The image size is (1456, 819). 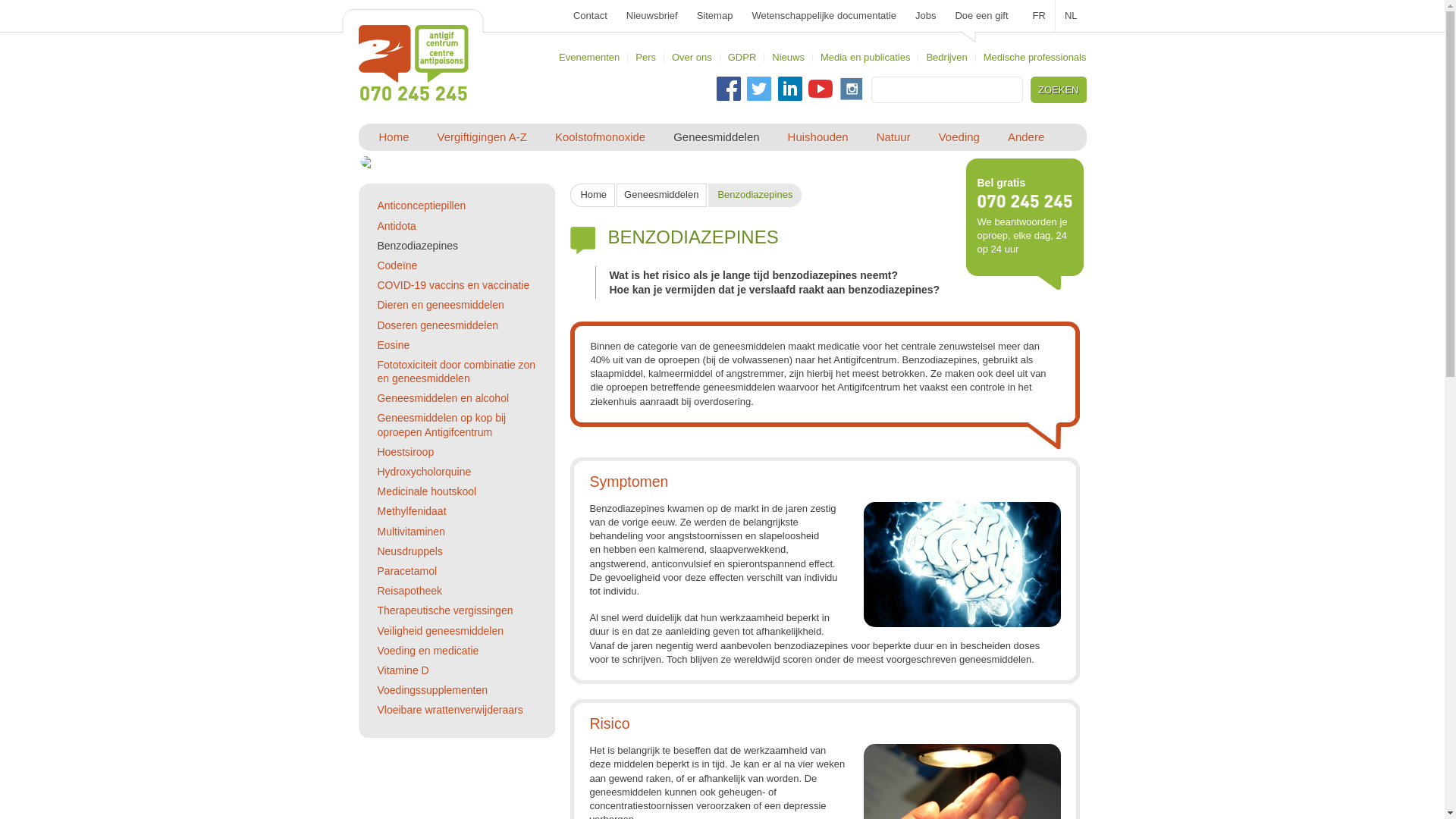 I want to click on 'Facebook', so click(x=728, y=88).